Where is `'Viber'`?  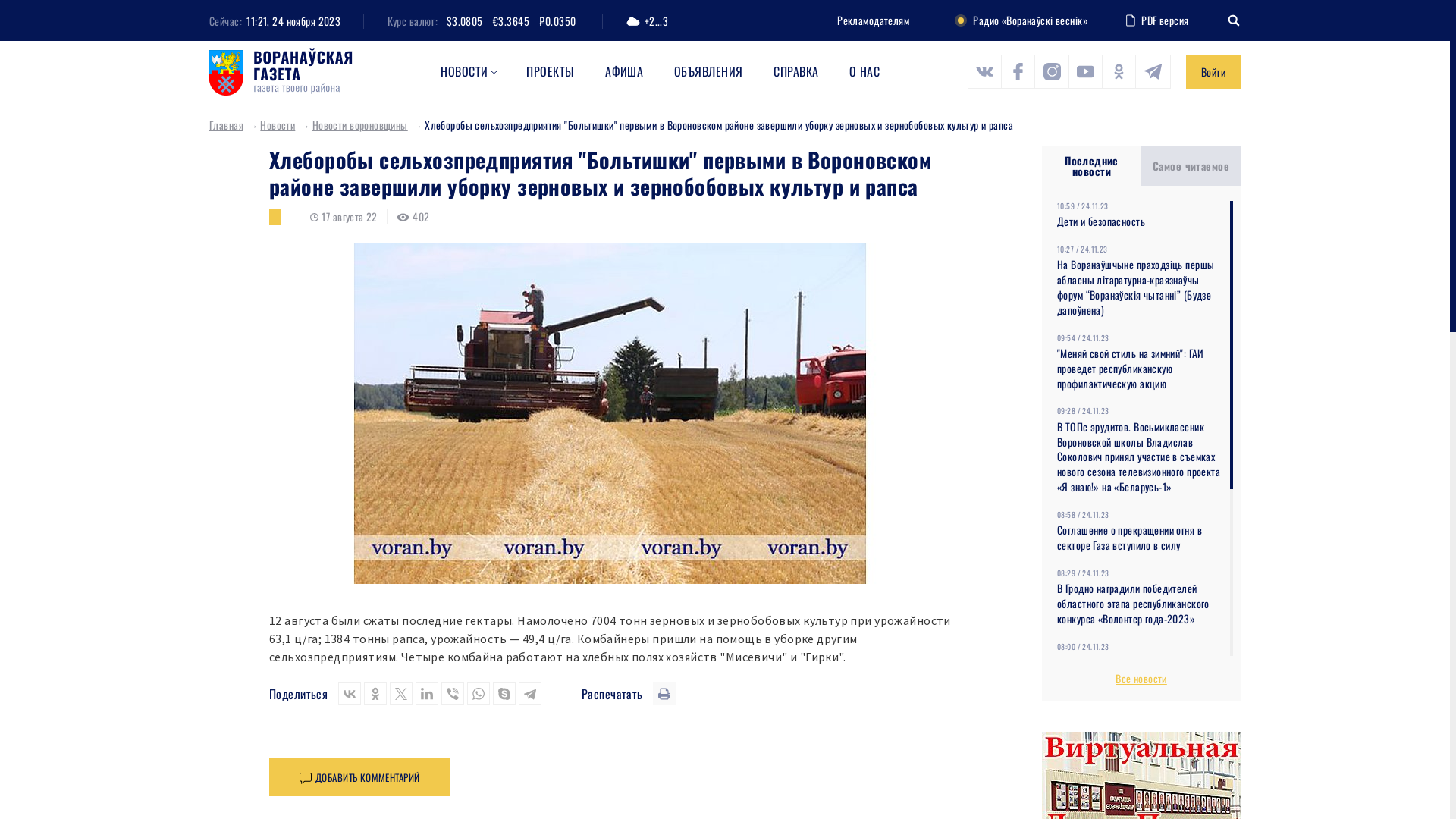 'Viber' is located at coordinates (440, 693).